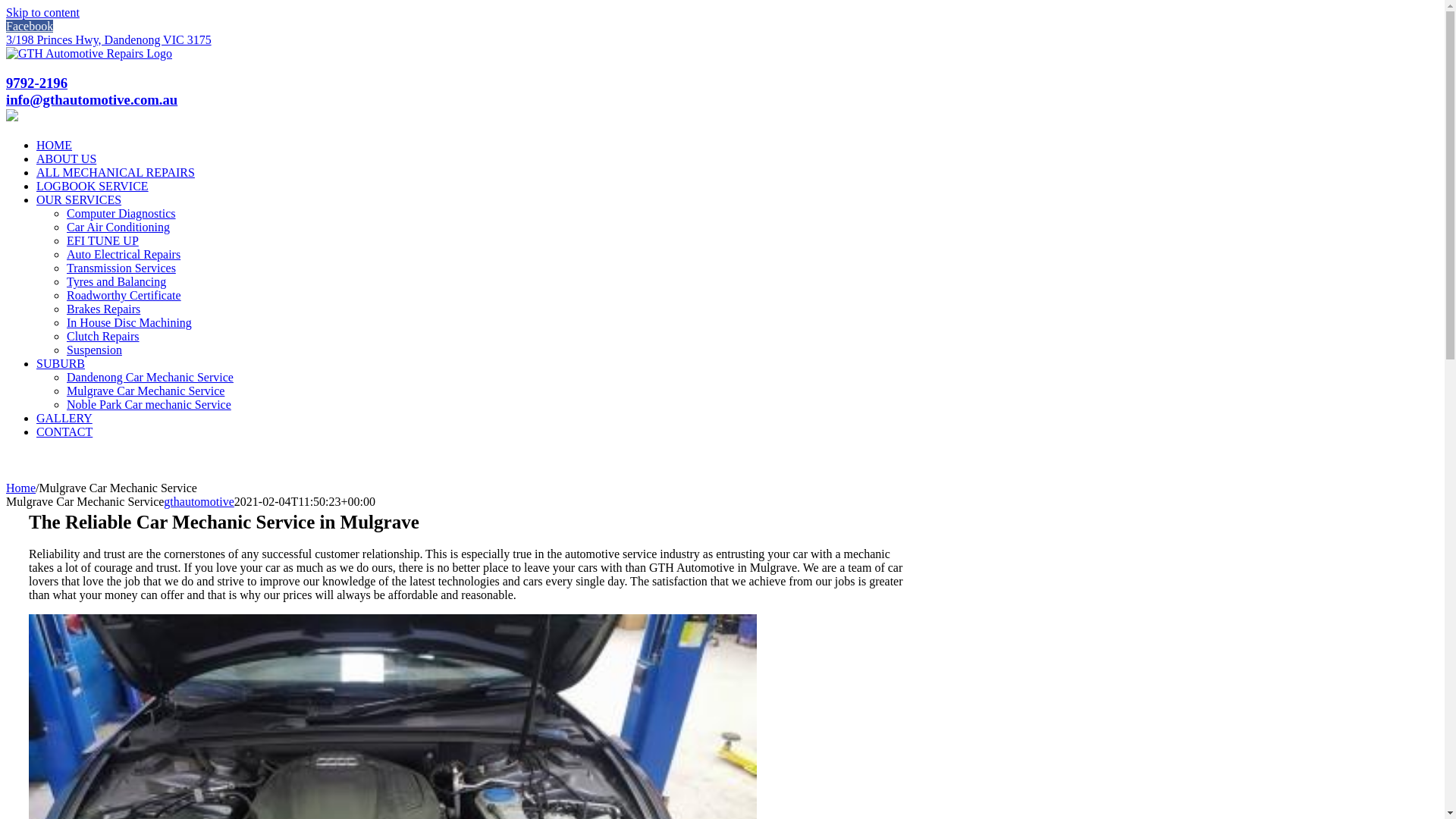 This screenshot has height=819, width=1456. I want to click on 'GALLERY', so click(64, 418).